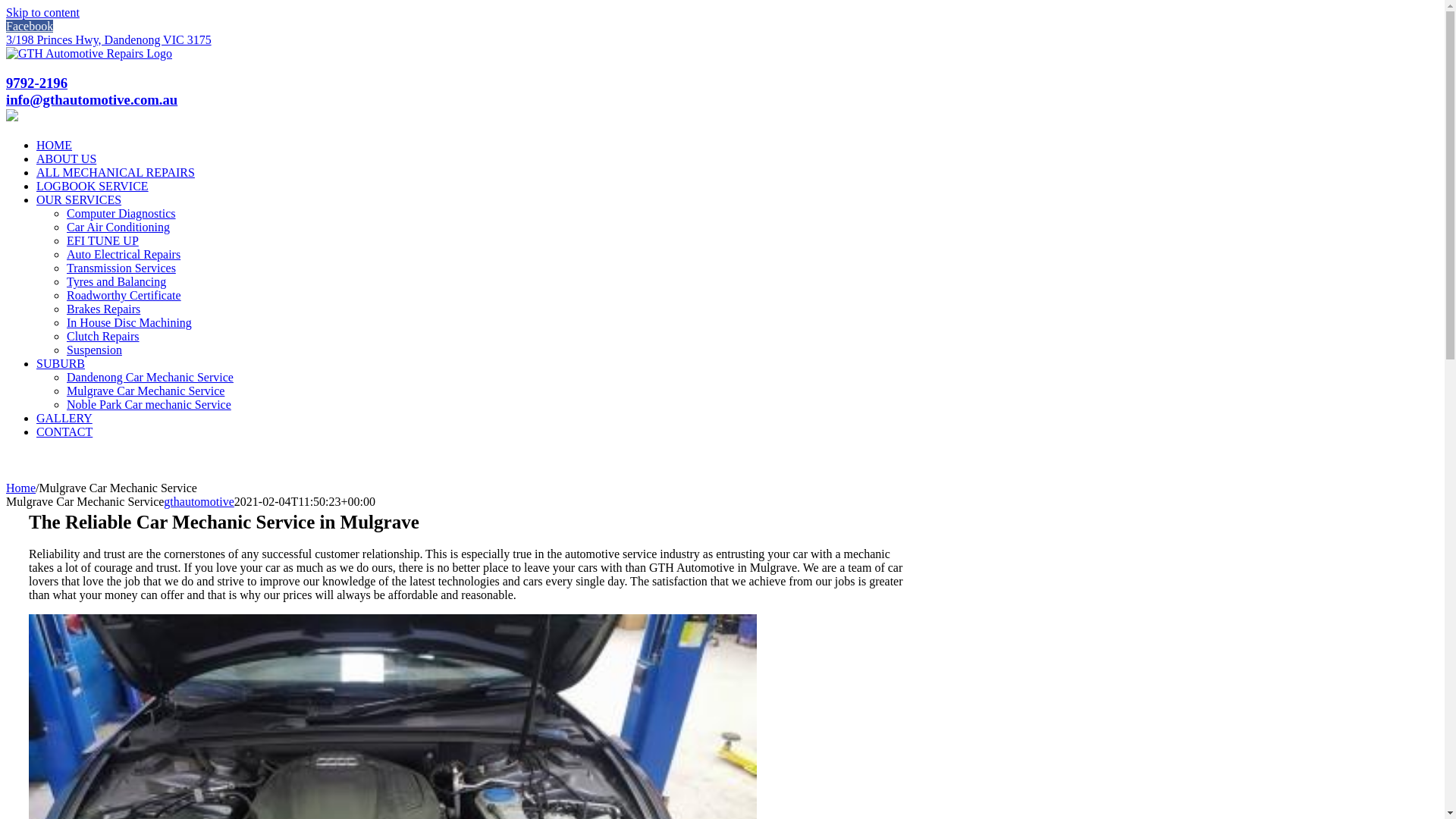 This screenshot has height=819, width=1456. I want to click on 'GALLERY', so click(64, 418).